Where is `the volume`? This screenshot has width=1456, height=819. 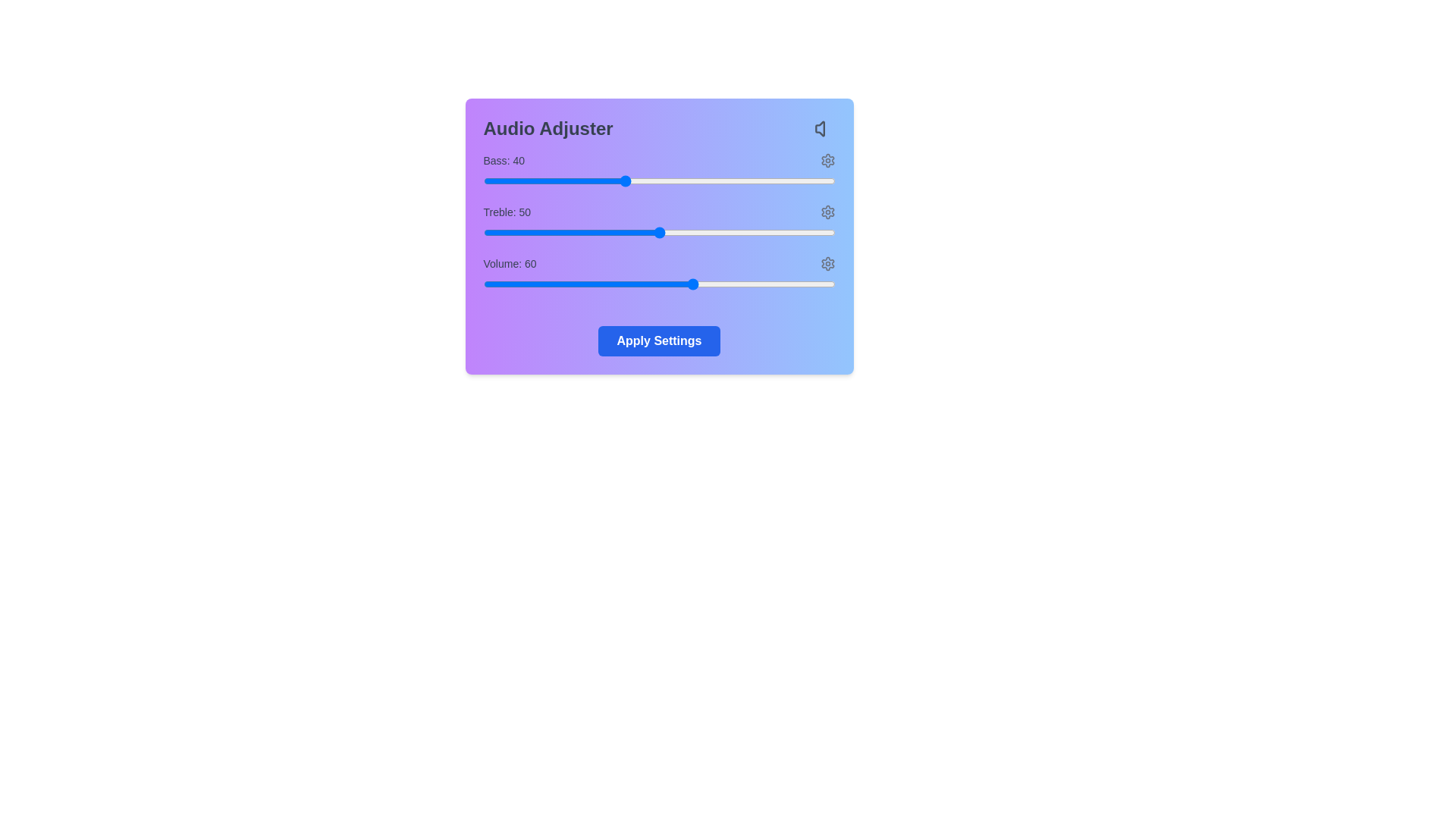 the volume is located at coordinates (494, 284).